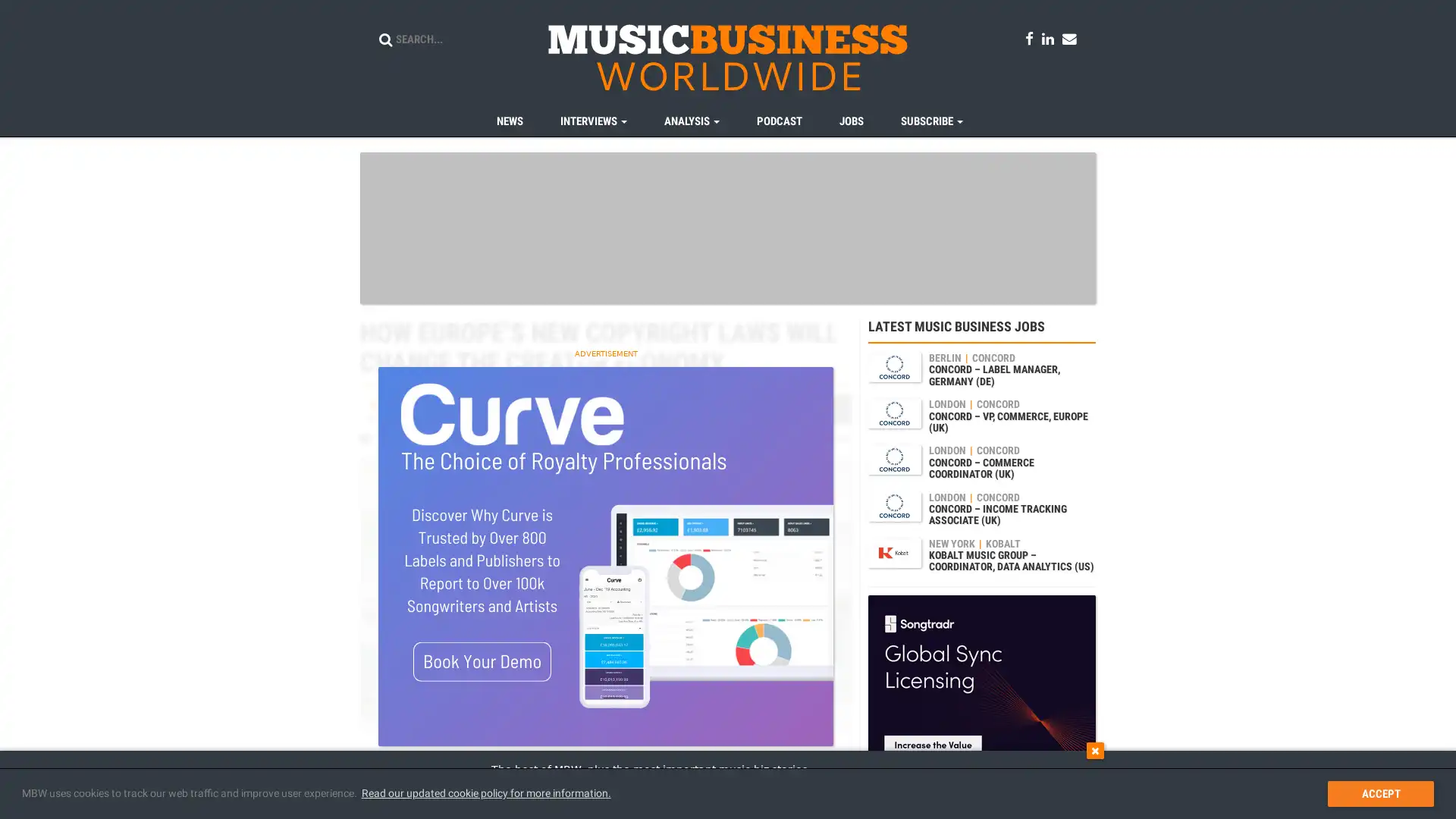  Describe the element at coordinates (485, 792) in the screenshot. I see `learn more about cookies` at that location.